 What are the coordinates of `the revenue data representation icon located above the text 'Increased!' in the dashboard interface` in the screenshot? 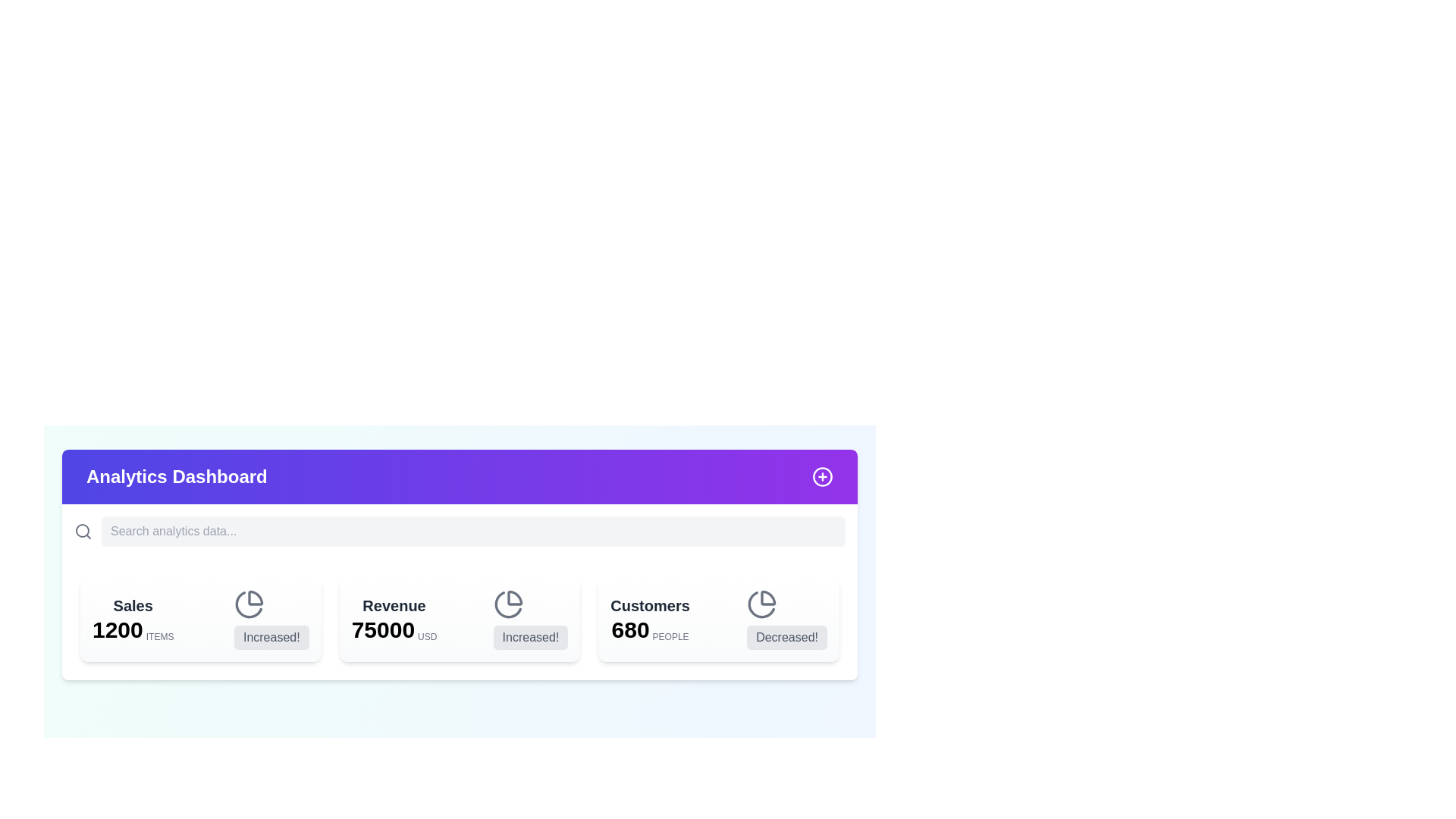 It's located at (508, 604).